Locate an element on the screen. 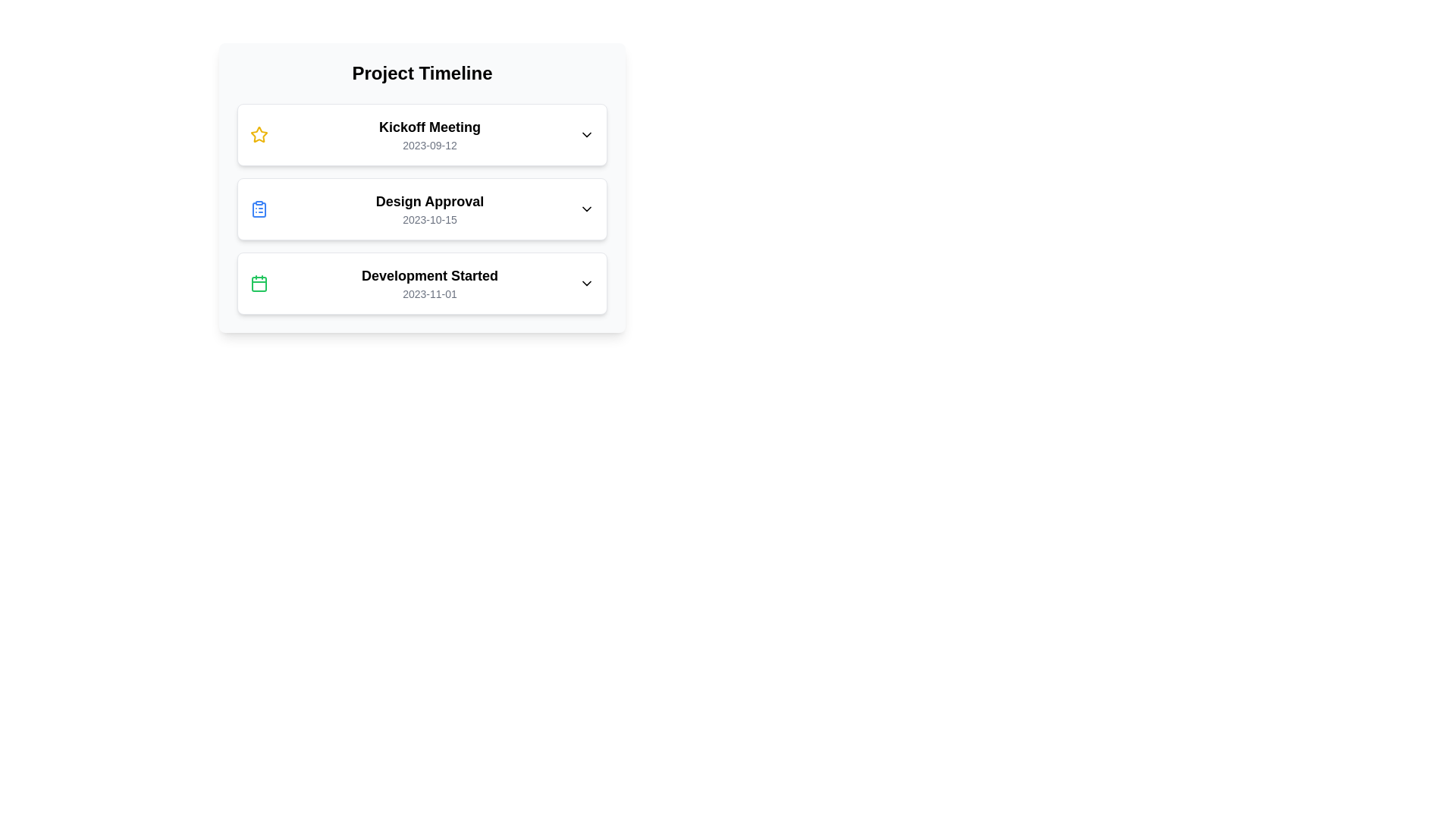 This screenshot has width=1456, height=819. the Dropdown icon located at the far right side of the row containing 'Development Started' is located at coordinates (585, 284).